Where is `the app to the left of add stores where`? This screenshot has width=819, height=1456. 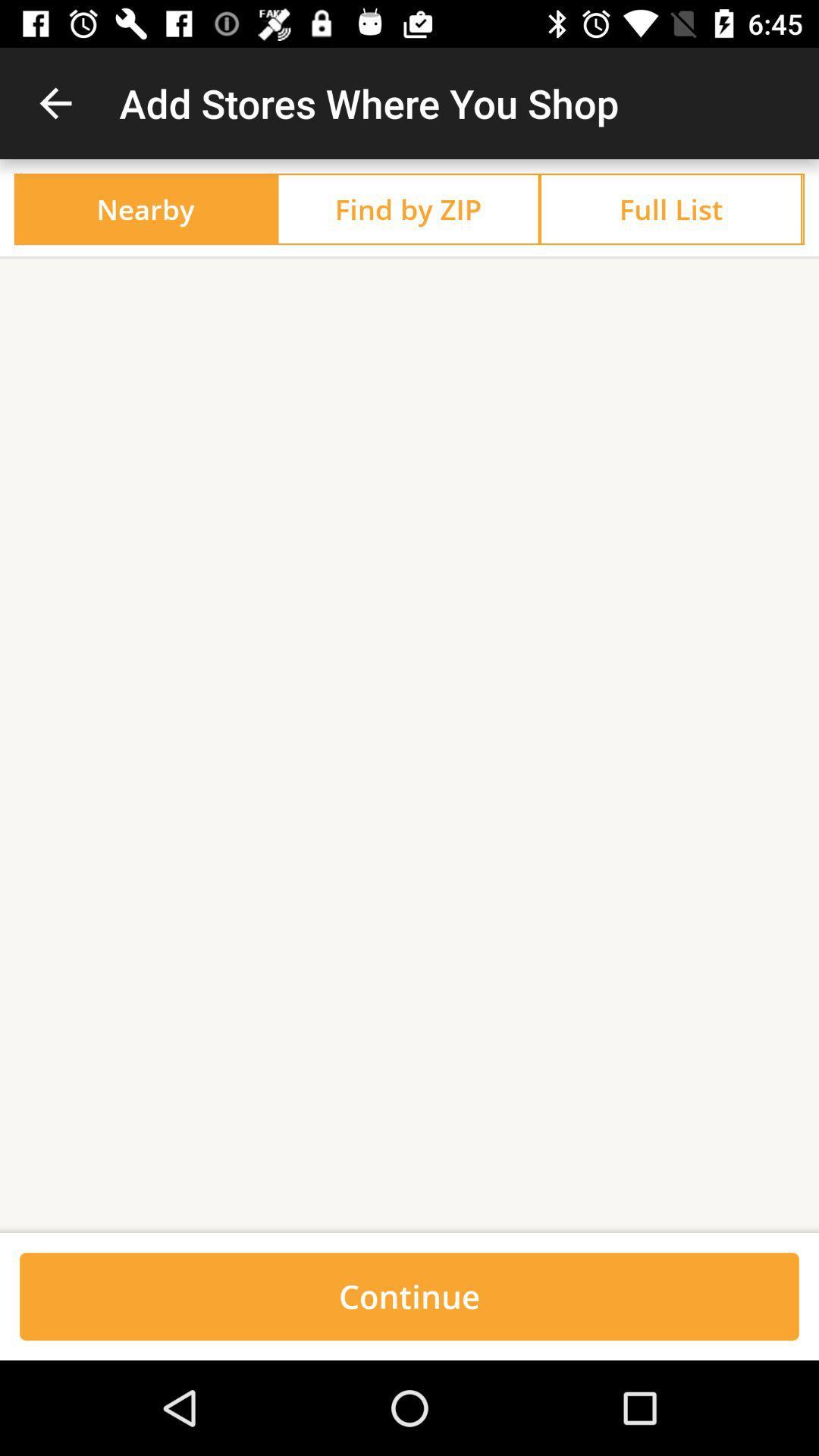
the app to the left of add stores where is located at coordinates (55, 102).